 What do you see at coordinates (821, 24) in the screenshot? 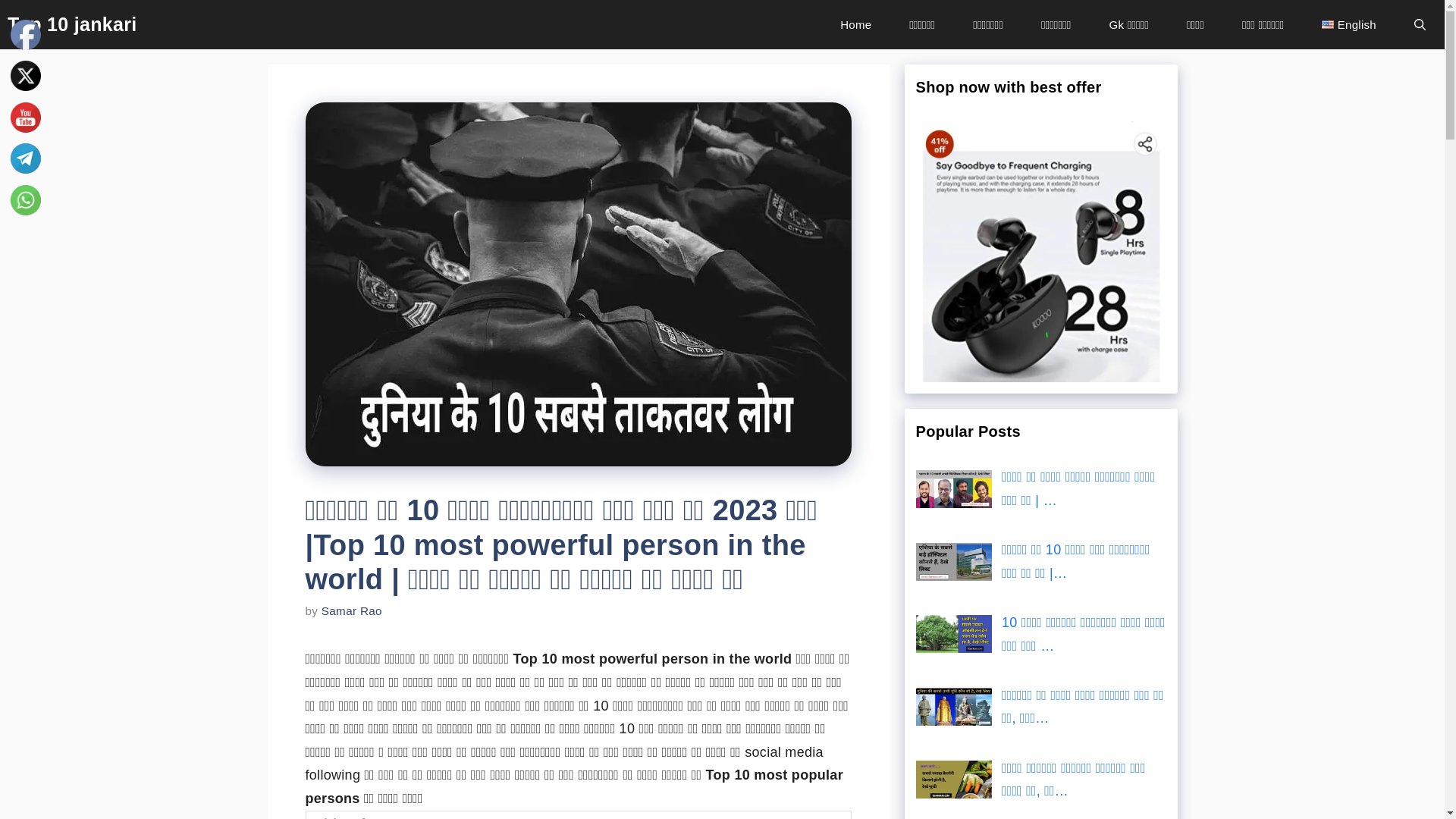
I see `'Home'` at bounding box center [821, 24].